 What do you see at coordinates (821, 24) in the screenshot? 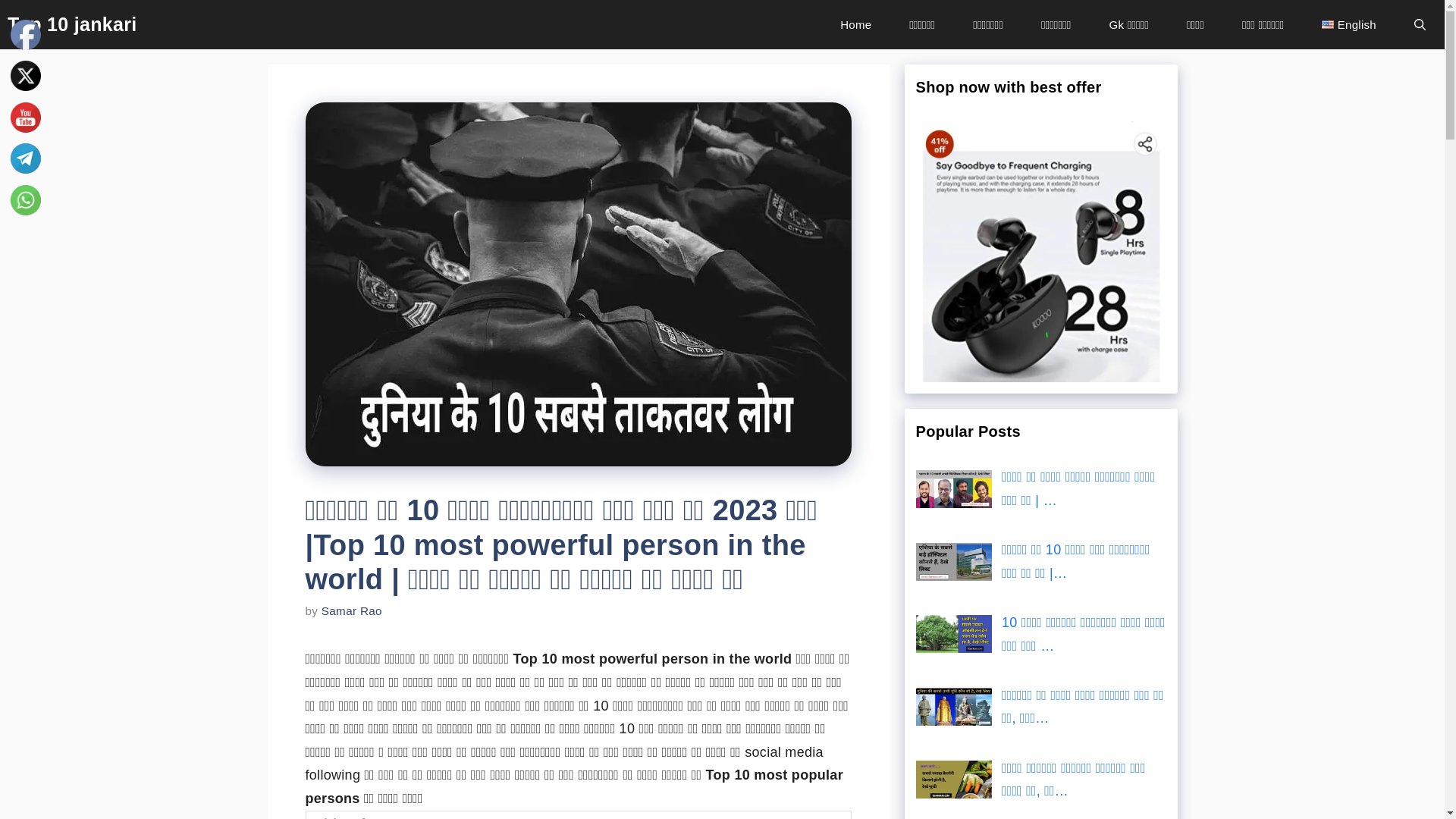
I see `'Home'` at bounding box center [821, 24].